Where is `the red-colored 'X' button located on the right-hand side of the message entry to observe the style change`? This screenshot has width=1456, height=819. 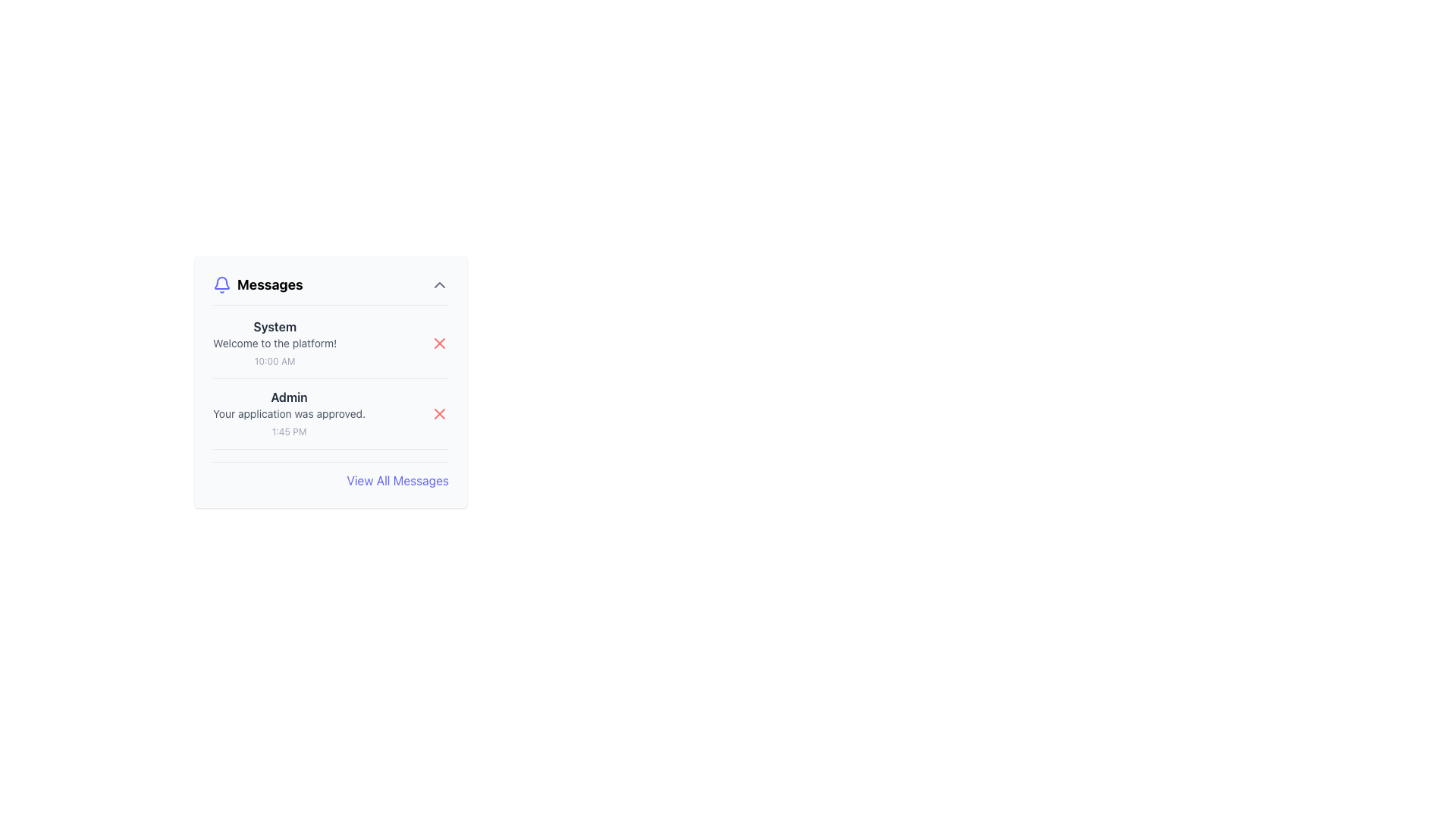 the red-colored 'X' button located on the right-hand side of the message entry to observe the style change is located at coordinates (439, 414).